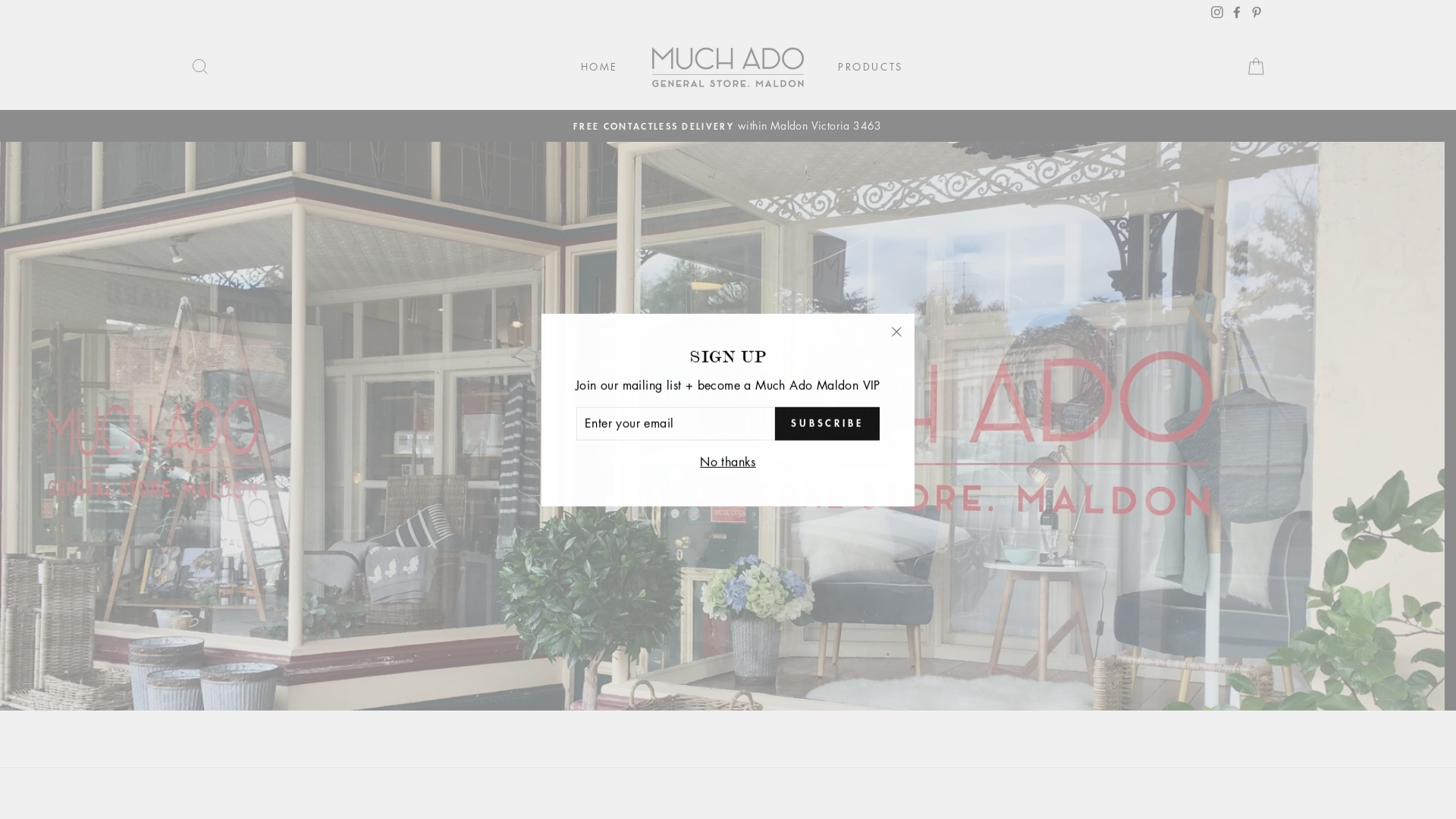  What do you see at coordinates (0, 0) in the screenshot?
I see `'Skip to content'` at bounding box center [0, 0].